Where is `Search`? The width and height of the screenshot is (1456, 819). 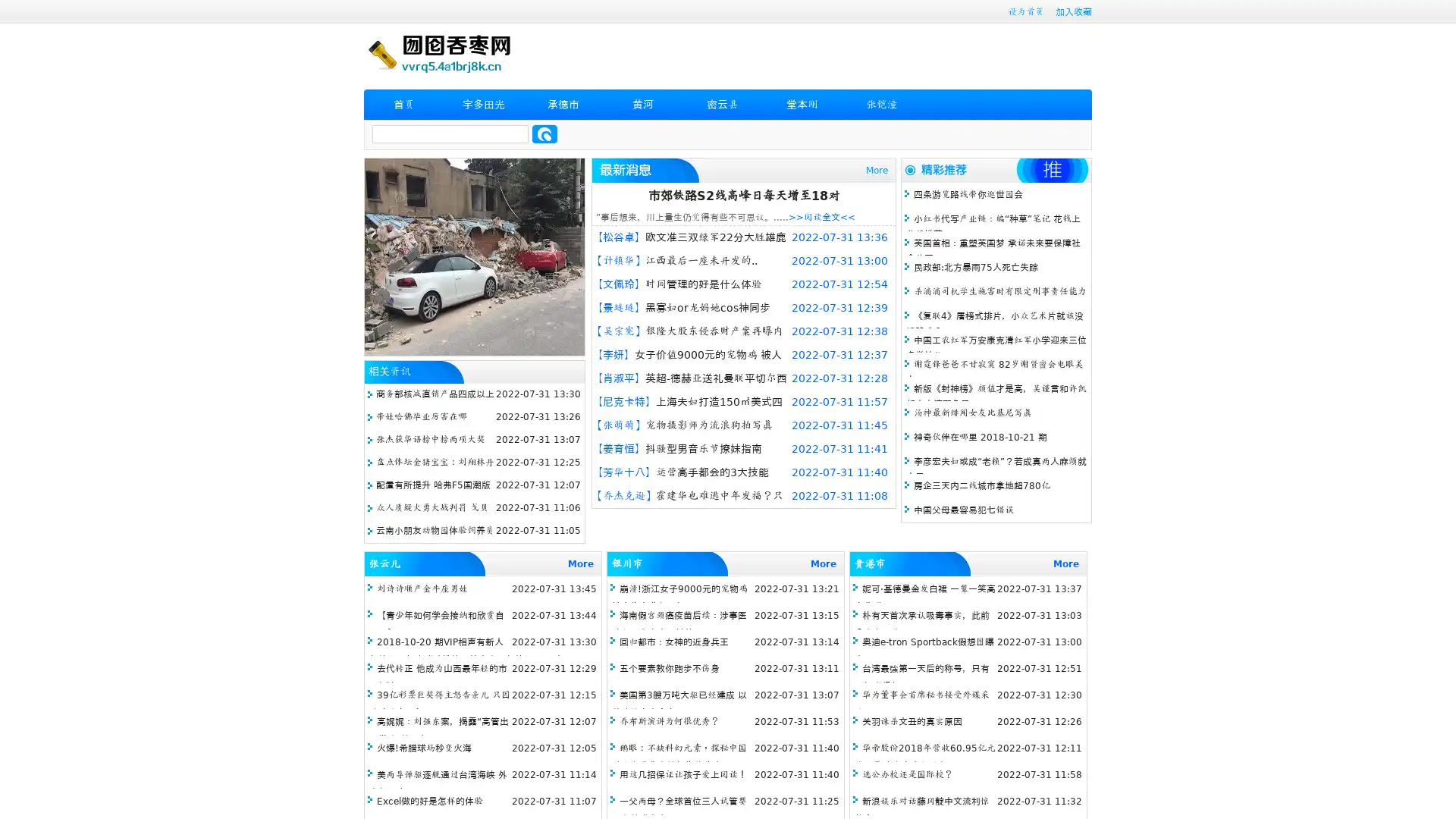 Search is located at coordinates (544, 133).